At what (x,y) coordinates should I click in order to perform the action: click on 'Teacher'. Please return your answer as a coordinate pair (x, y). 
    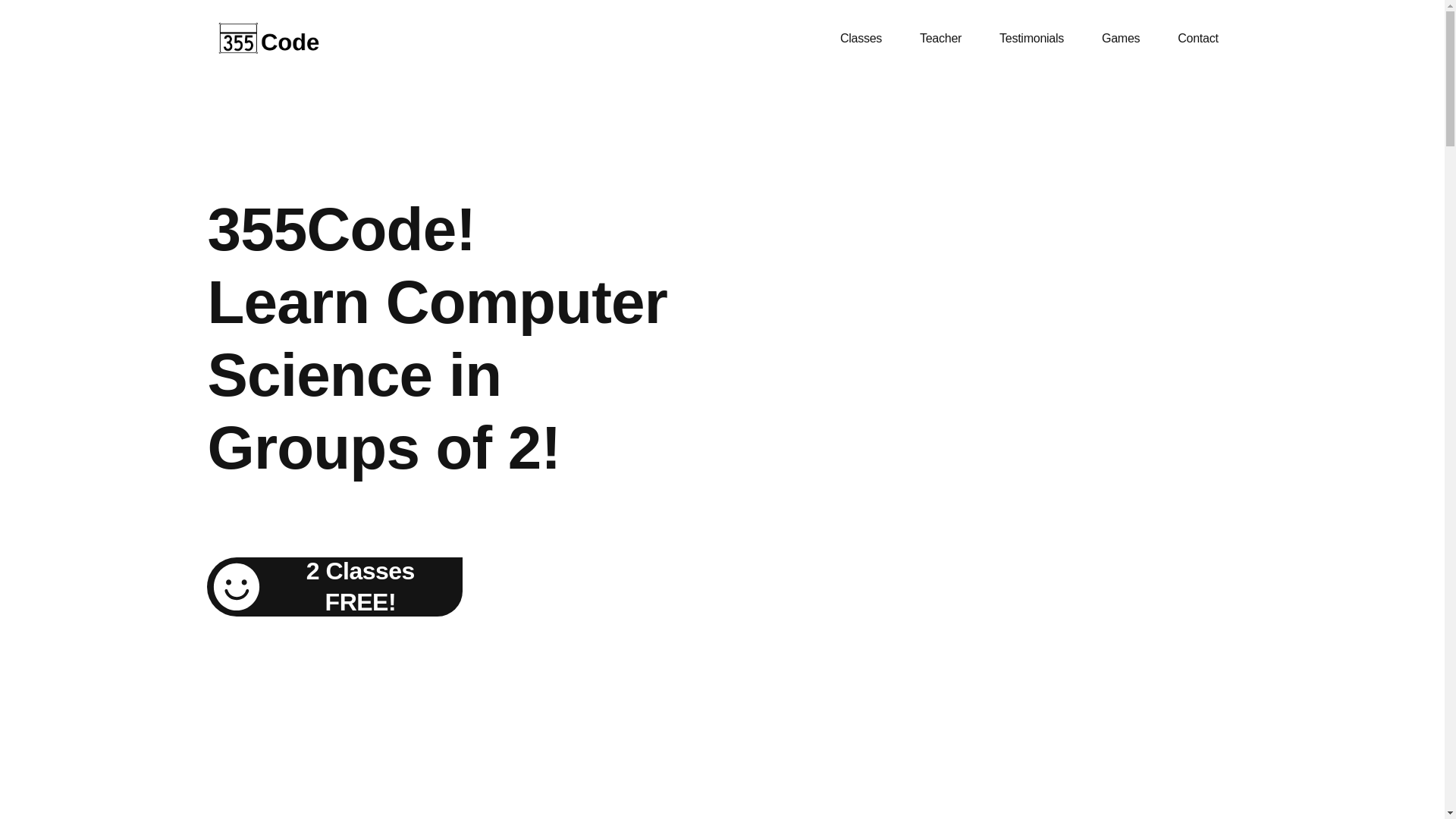
    Looking at the image, I should click on (940, 37).